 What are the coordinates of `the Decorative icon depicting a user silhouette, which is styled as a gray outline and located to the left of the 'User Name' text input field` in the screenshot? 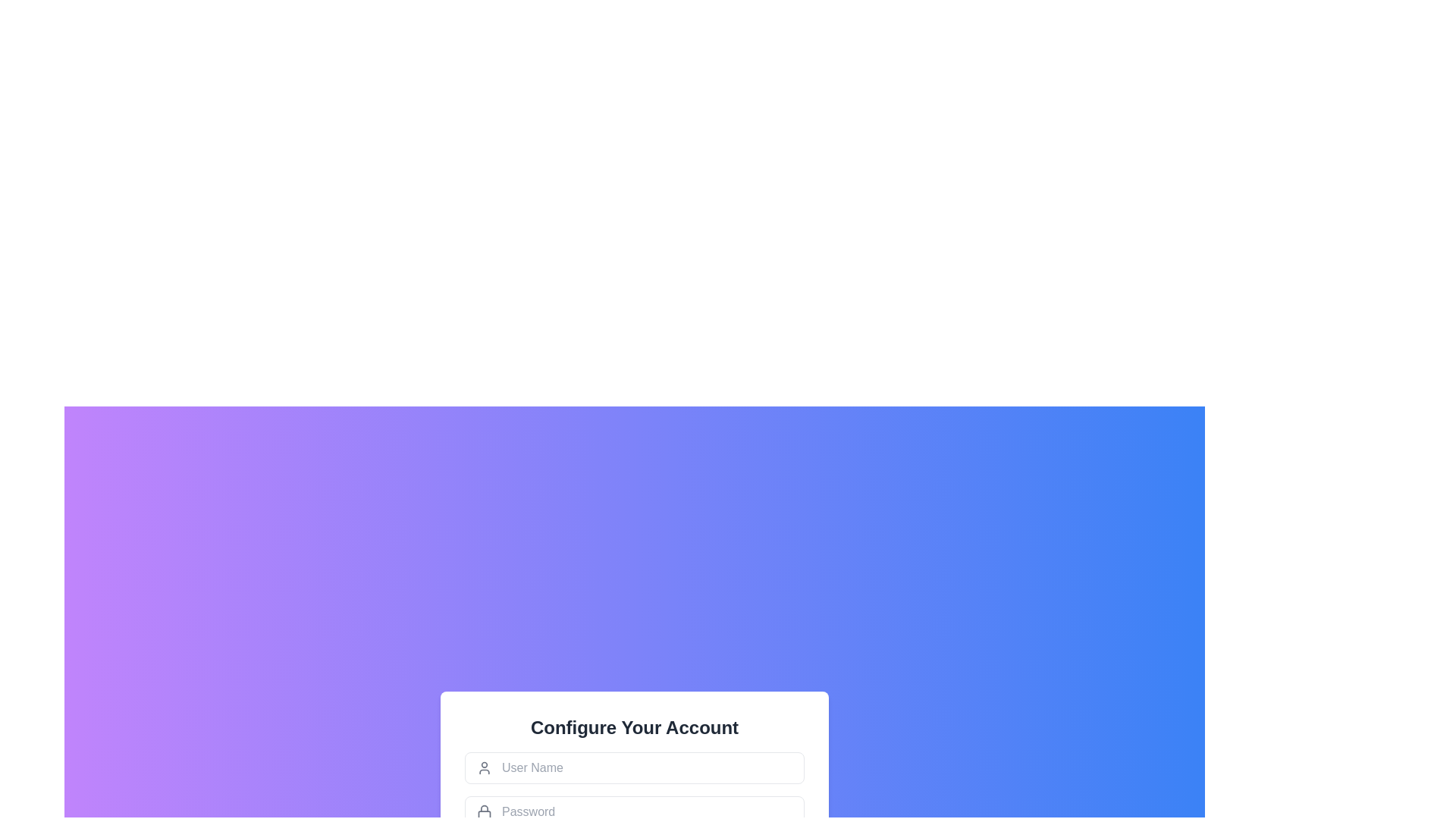 It's located at (483, 767).